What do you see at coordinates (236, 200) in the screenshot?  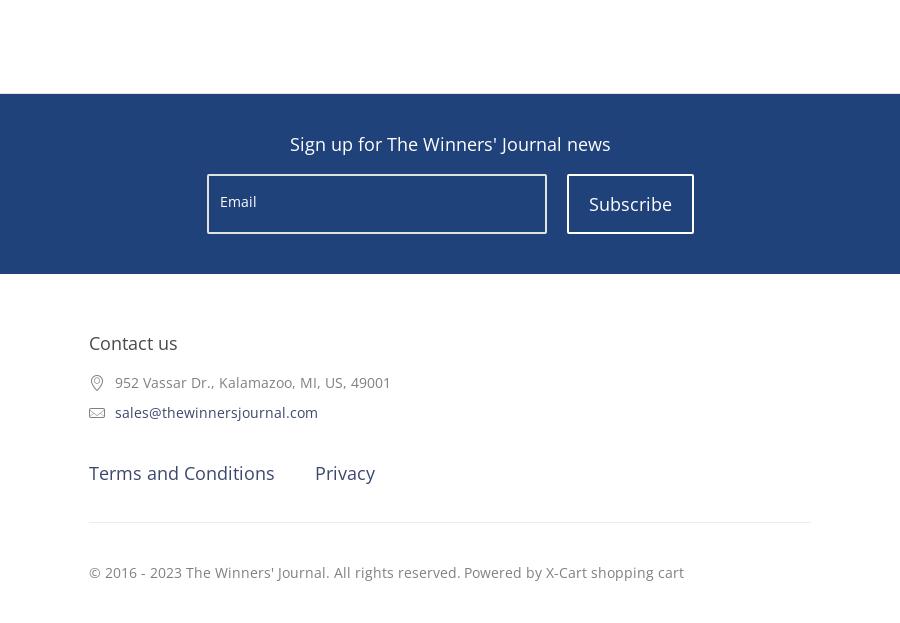 I see `'Email'` at bounding box center [236, 200].